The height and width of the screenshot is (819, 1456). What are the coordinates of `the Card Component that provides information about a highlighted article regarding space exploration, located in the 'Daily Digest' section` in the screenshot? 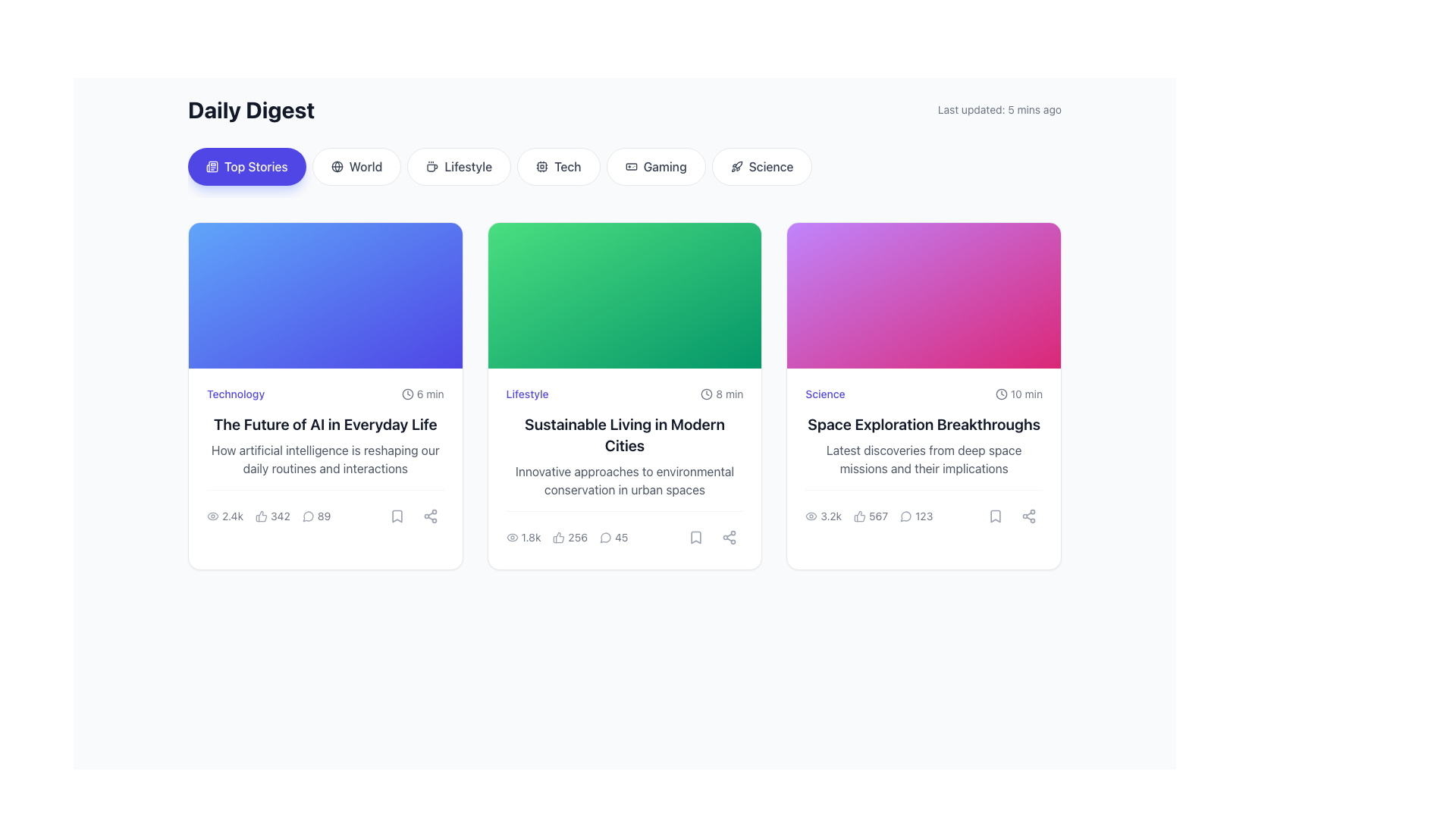 It's located at (923, 457).